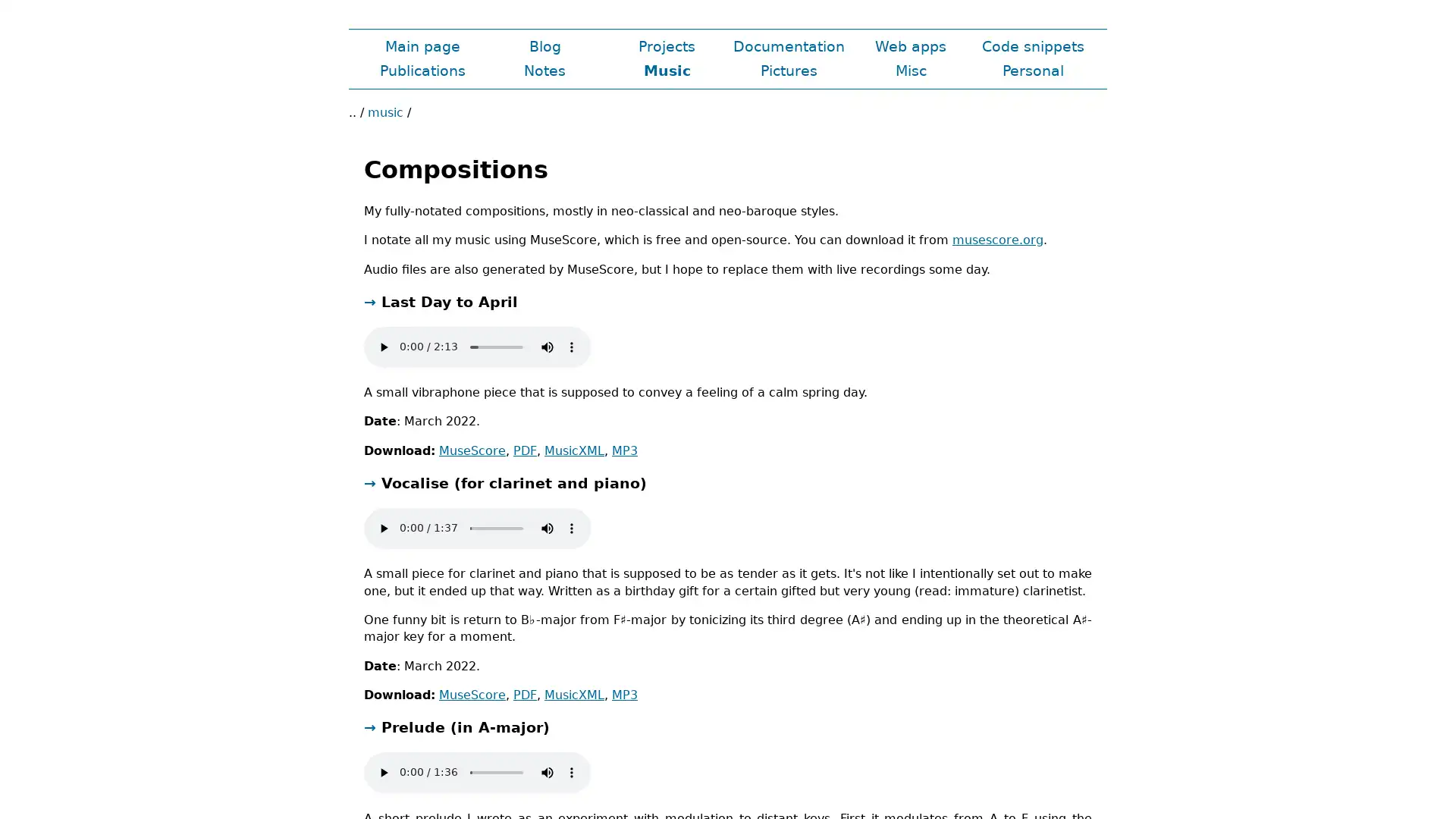 This screenshot has width=1456, height=819. Describe the element at coordinates (383, 772) in the screenshot. I see `play` at that location.